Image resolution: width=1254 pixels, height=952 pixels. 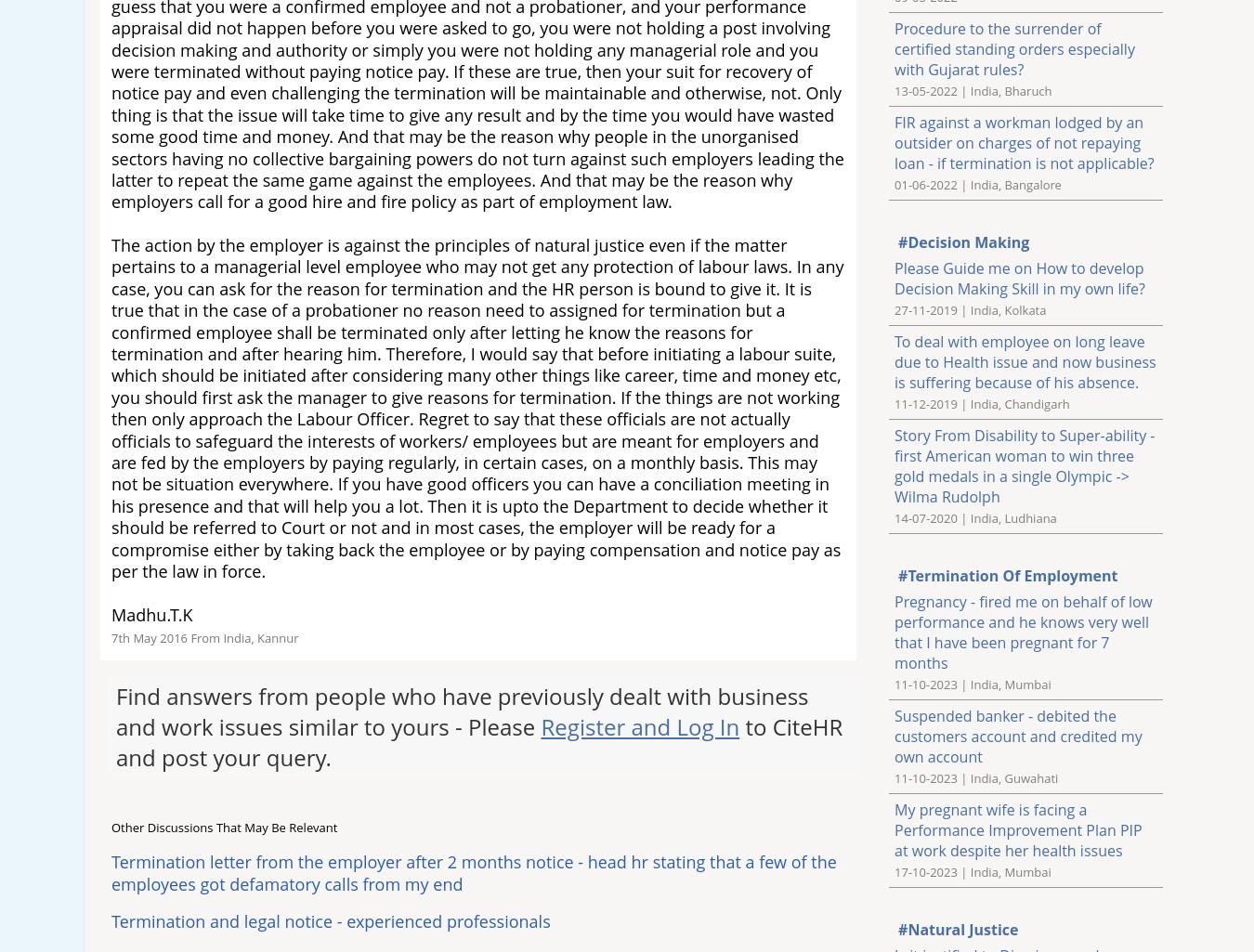 I want to click on 'Other Discussions That May Be Relevant', so click(x=223, y=827).